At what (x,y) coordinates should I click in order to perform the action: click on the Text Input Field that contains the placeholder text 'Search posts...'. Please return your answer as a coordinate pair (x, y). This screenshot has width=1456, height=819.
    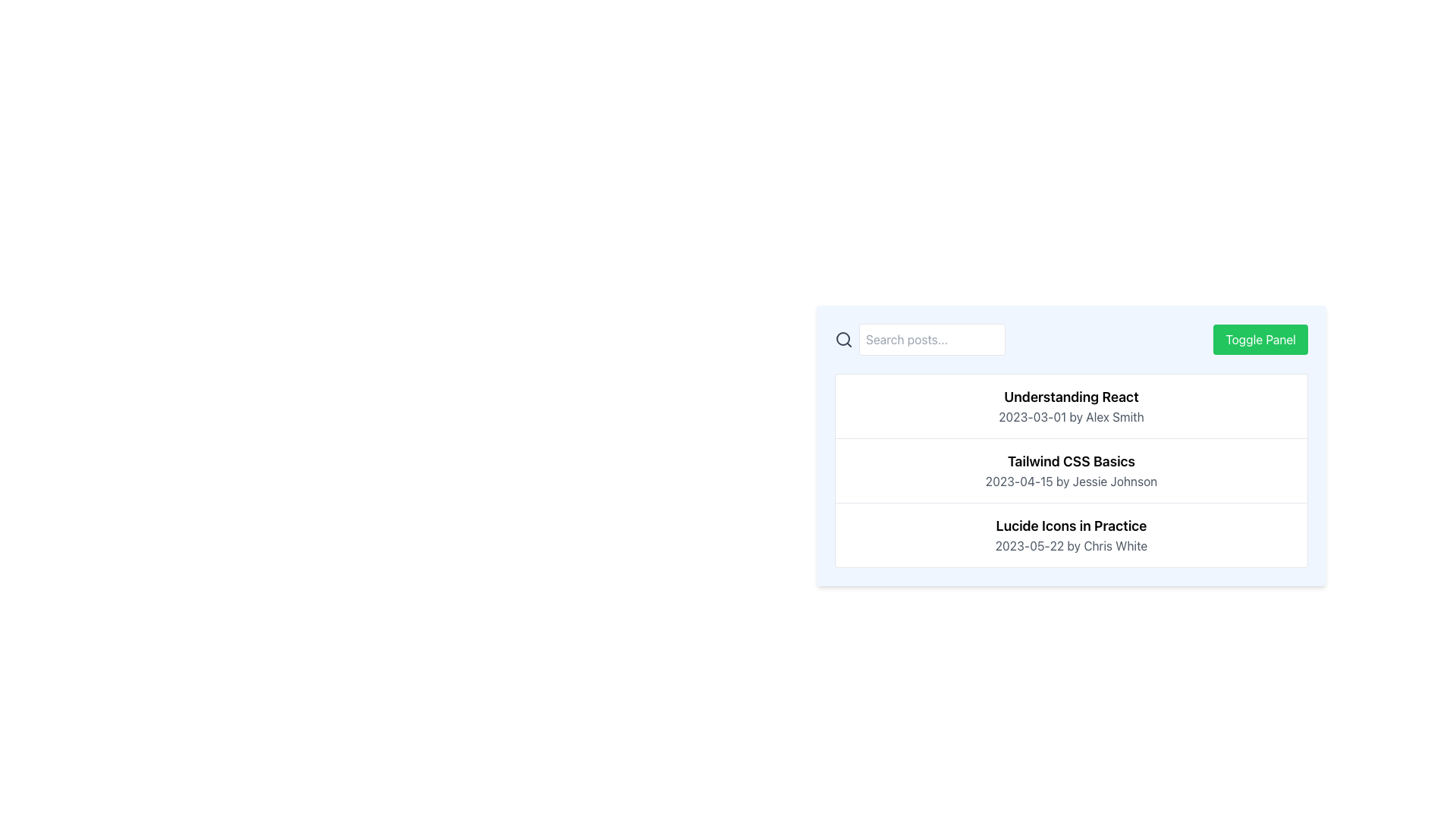
    Looking at the image, I should click on (931, 338).